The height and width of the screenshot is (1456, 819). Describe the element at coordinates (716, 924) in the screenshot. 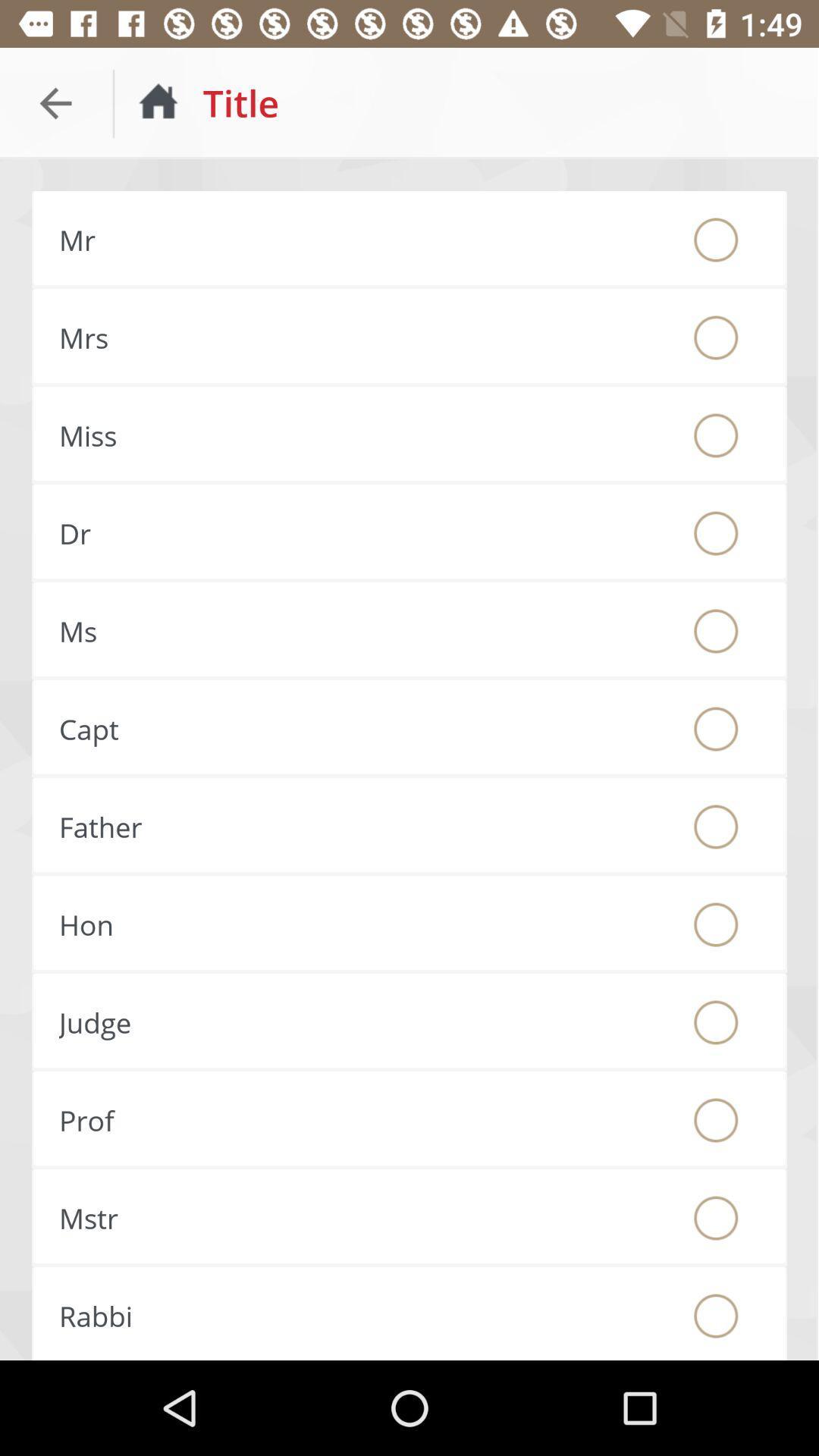

I see `hon title` at that location.